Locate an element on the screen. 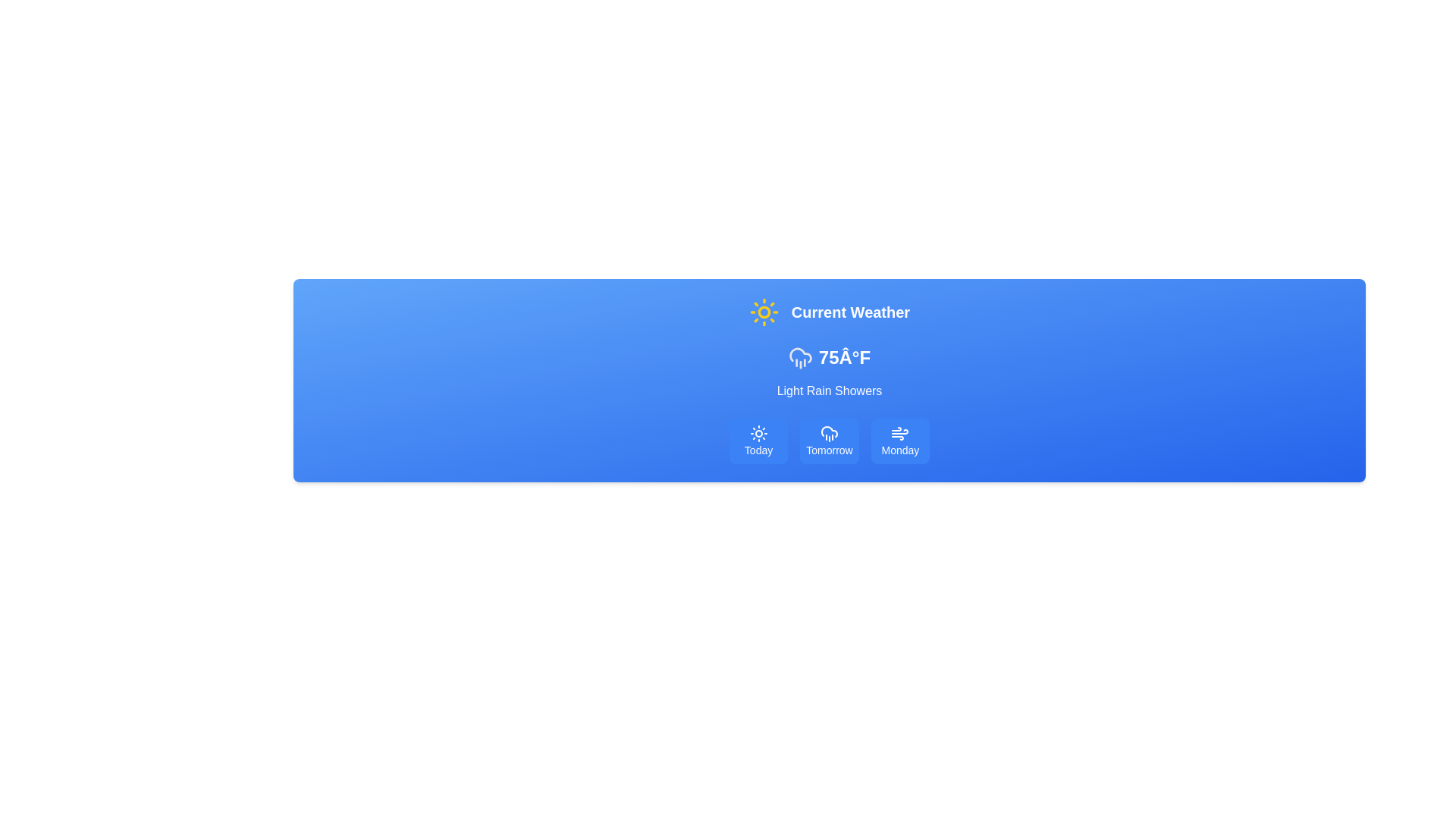  the weather icon depicting a cloud with rain drops, styled in gray, located to the left of the text '75°F' is located at coordinates (799, 357).